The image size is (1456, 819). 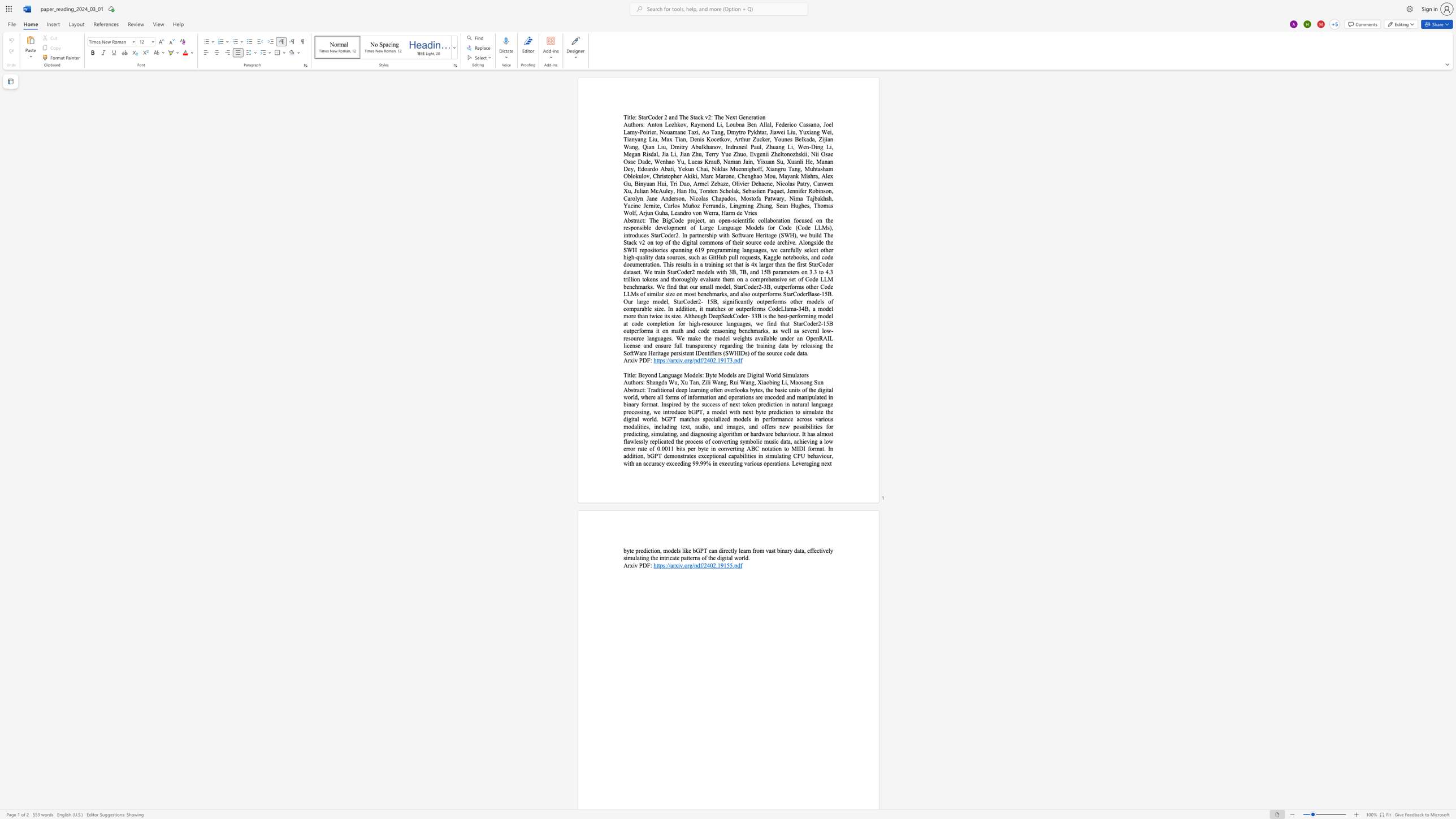 I want to click on the 5th character "e" in the text, so click(x=740, y=220).